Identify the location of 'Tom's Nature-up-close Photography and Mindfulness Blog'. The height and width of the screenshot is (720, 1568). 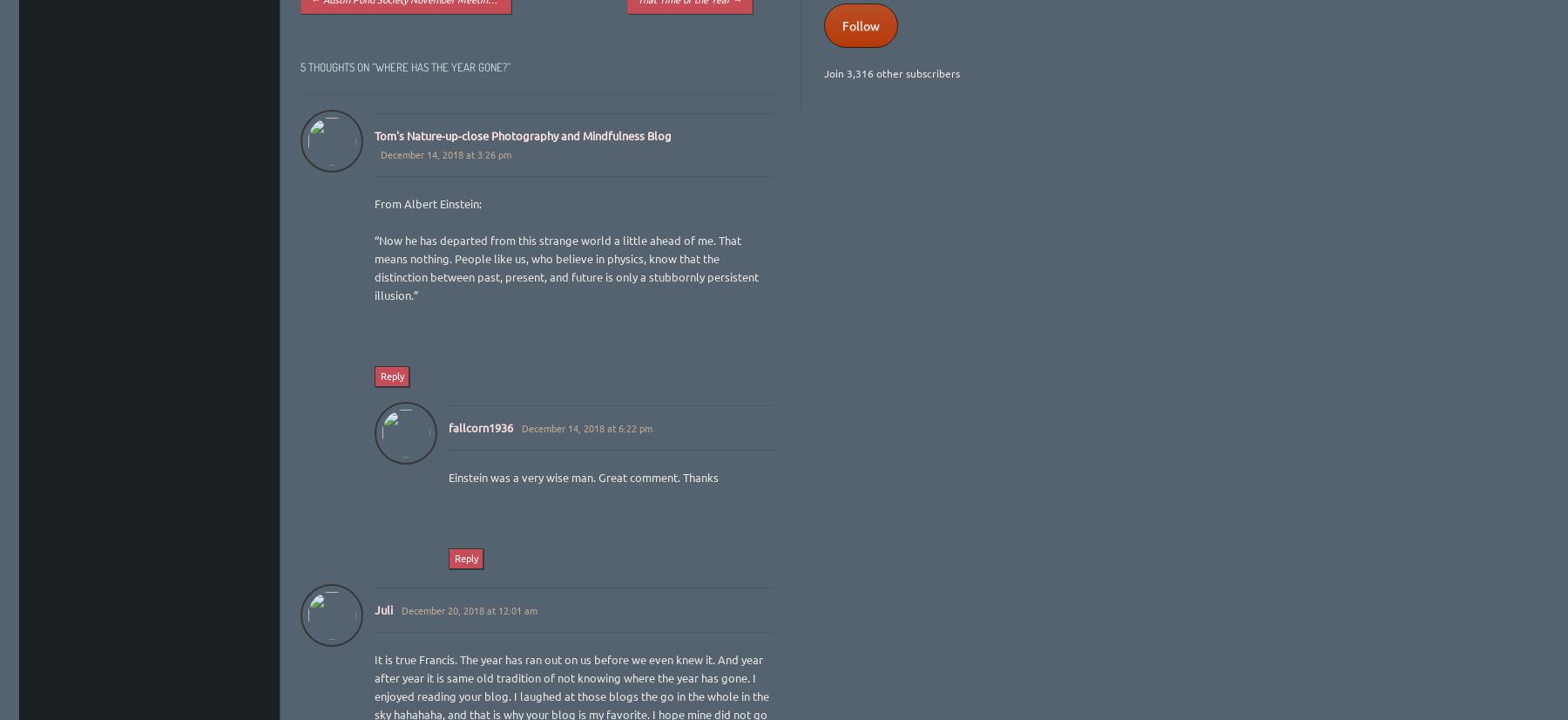
(523, 133).